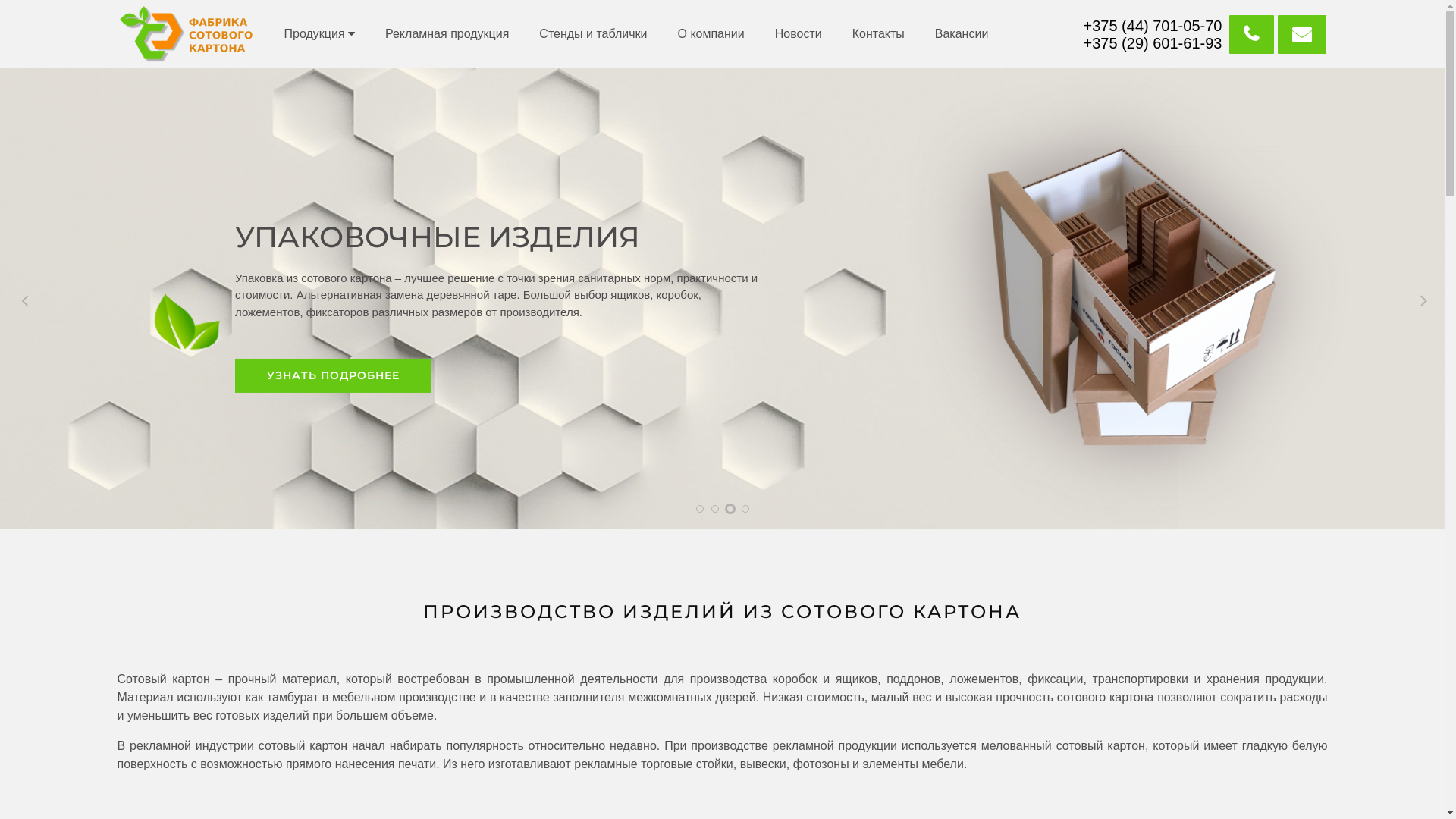  I want to click on '2', so click(714, 509).